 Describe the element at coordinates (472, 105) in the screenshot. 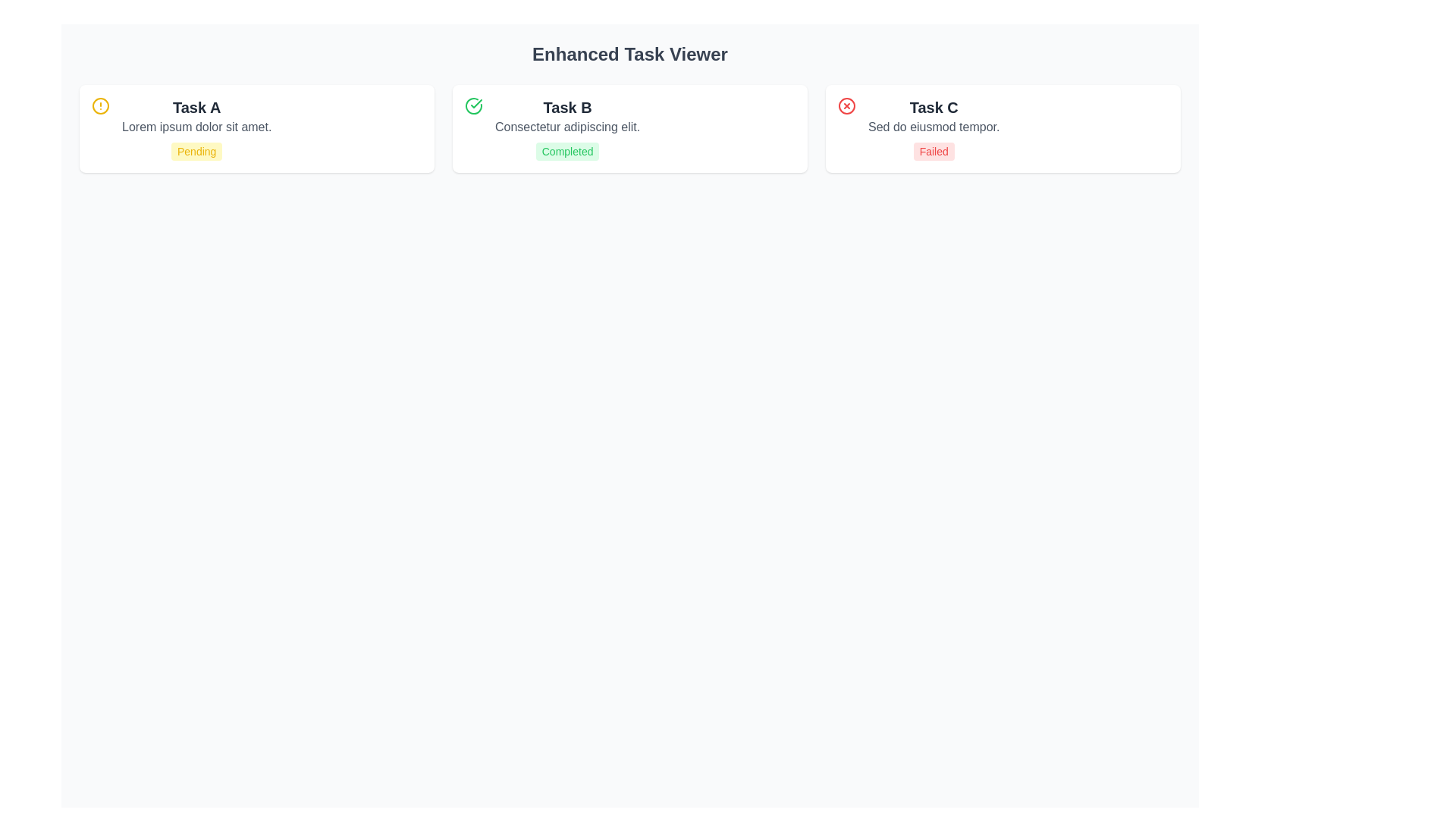

I see `the circular border of the status indicator within the green checkmark icon, which signifies a completed task, located to the left of the text 'Task B'` at that location.